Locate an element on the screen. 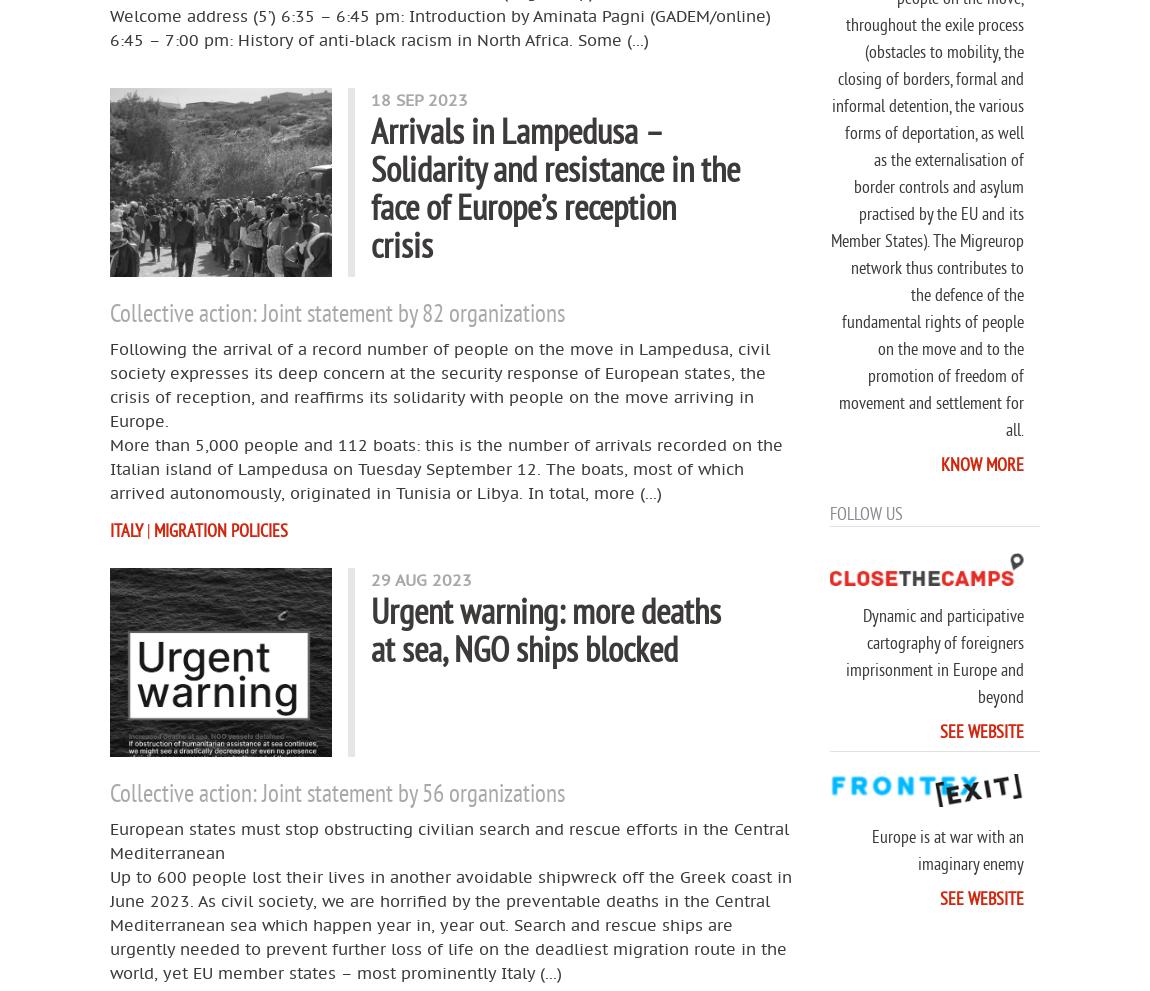 The image size is (1150, 991). '|' is located at coordinates (149, 529).